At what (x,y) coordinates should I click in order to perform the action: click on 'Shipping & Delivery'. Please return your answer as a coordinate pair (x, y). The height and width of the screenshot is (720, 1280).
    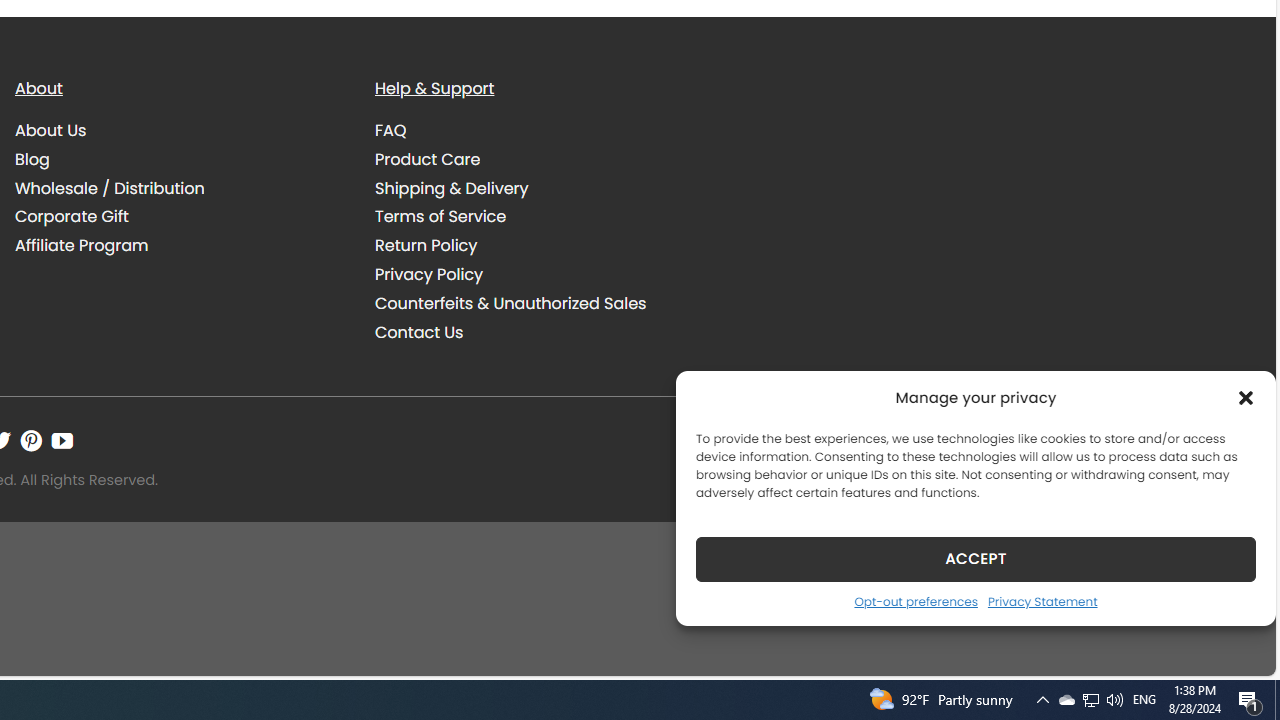
    Looking at the image, I should click on (540, 188).